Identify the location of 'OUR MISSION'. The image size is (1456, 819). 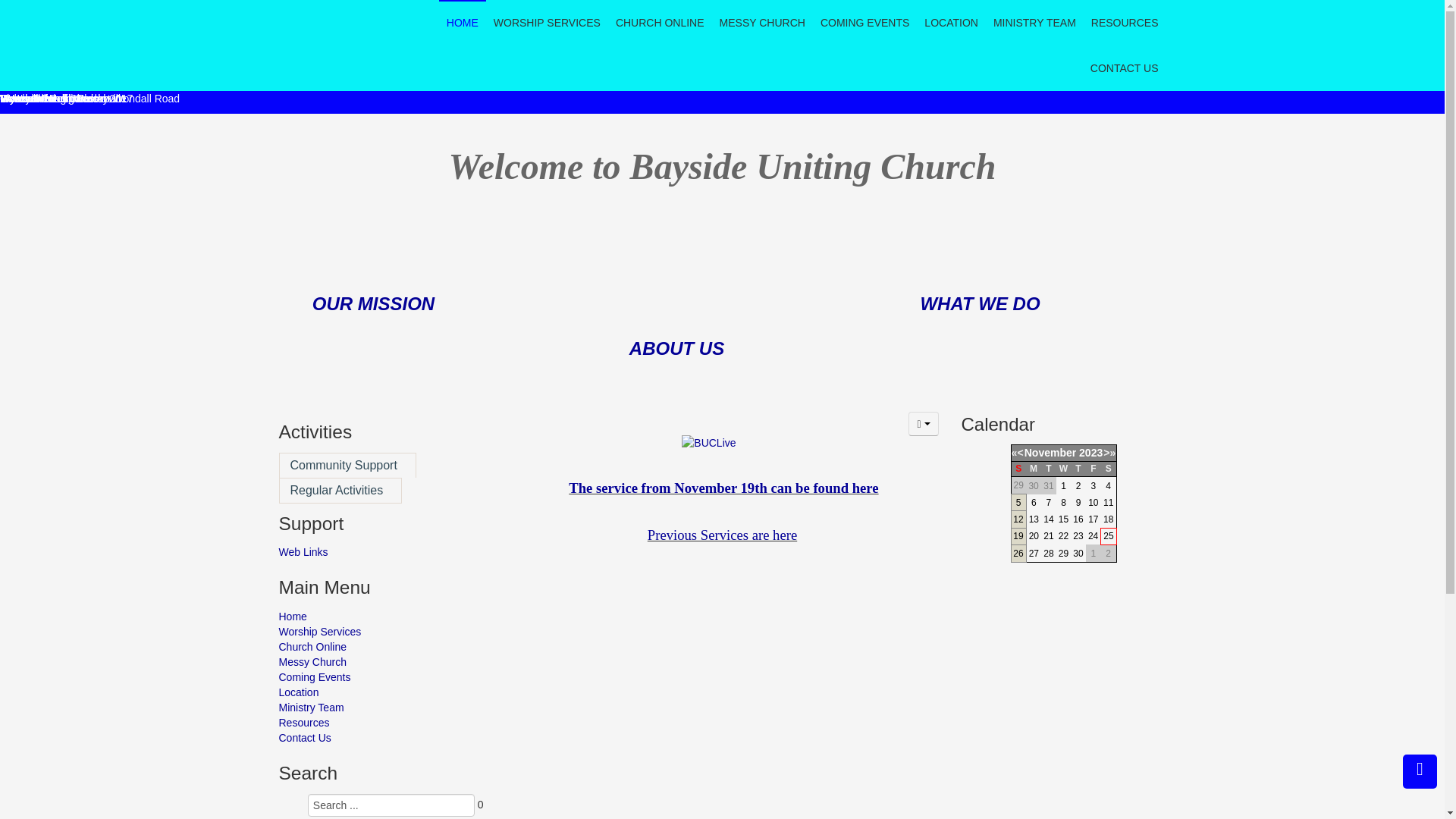
(312, 306).